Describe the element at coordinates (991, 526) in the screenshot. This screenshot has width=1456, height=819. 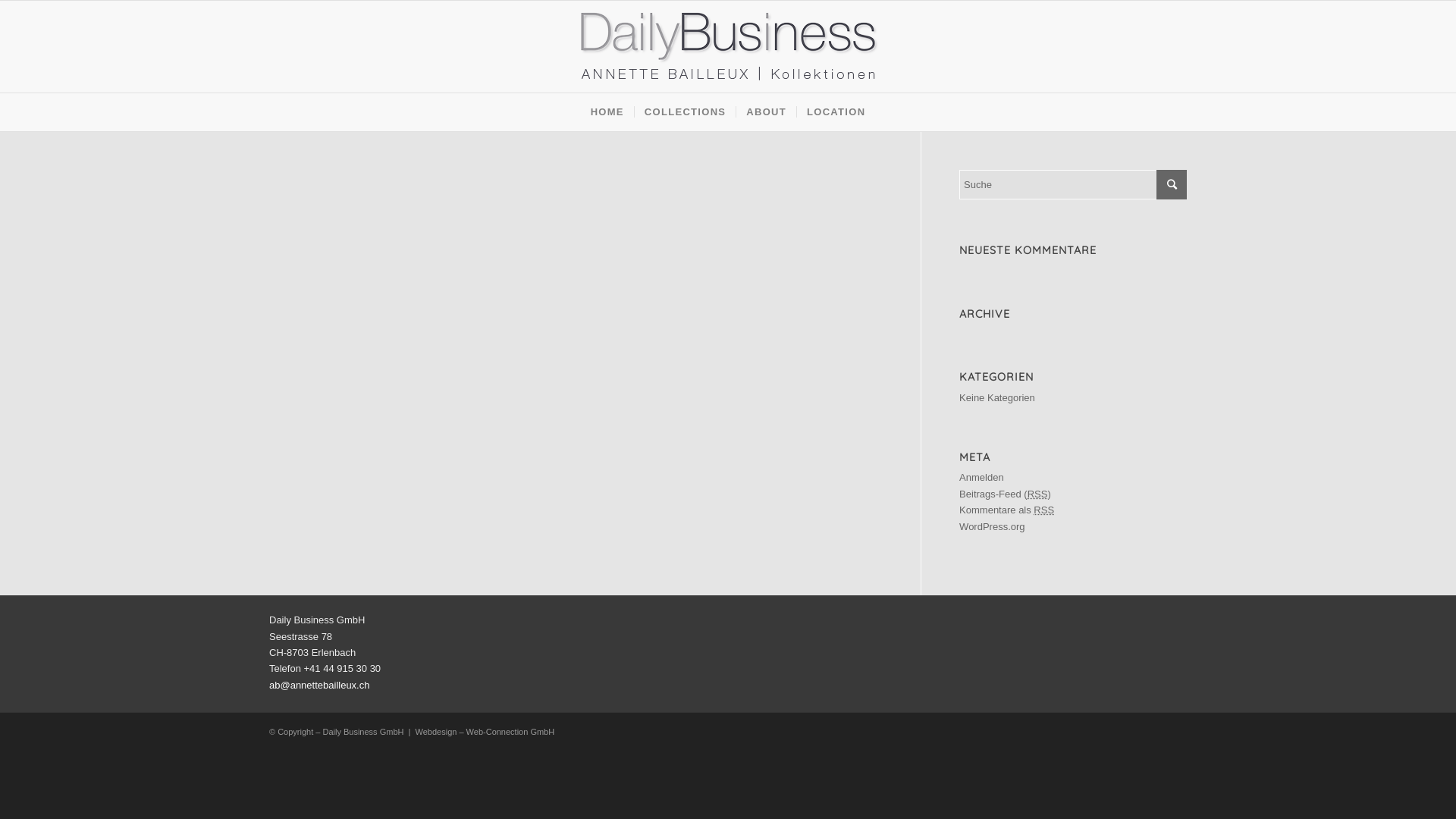
I see `'WordPress.org'` at that location.